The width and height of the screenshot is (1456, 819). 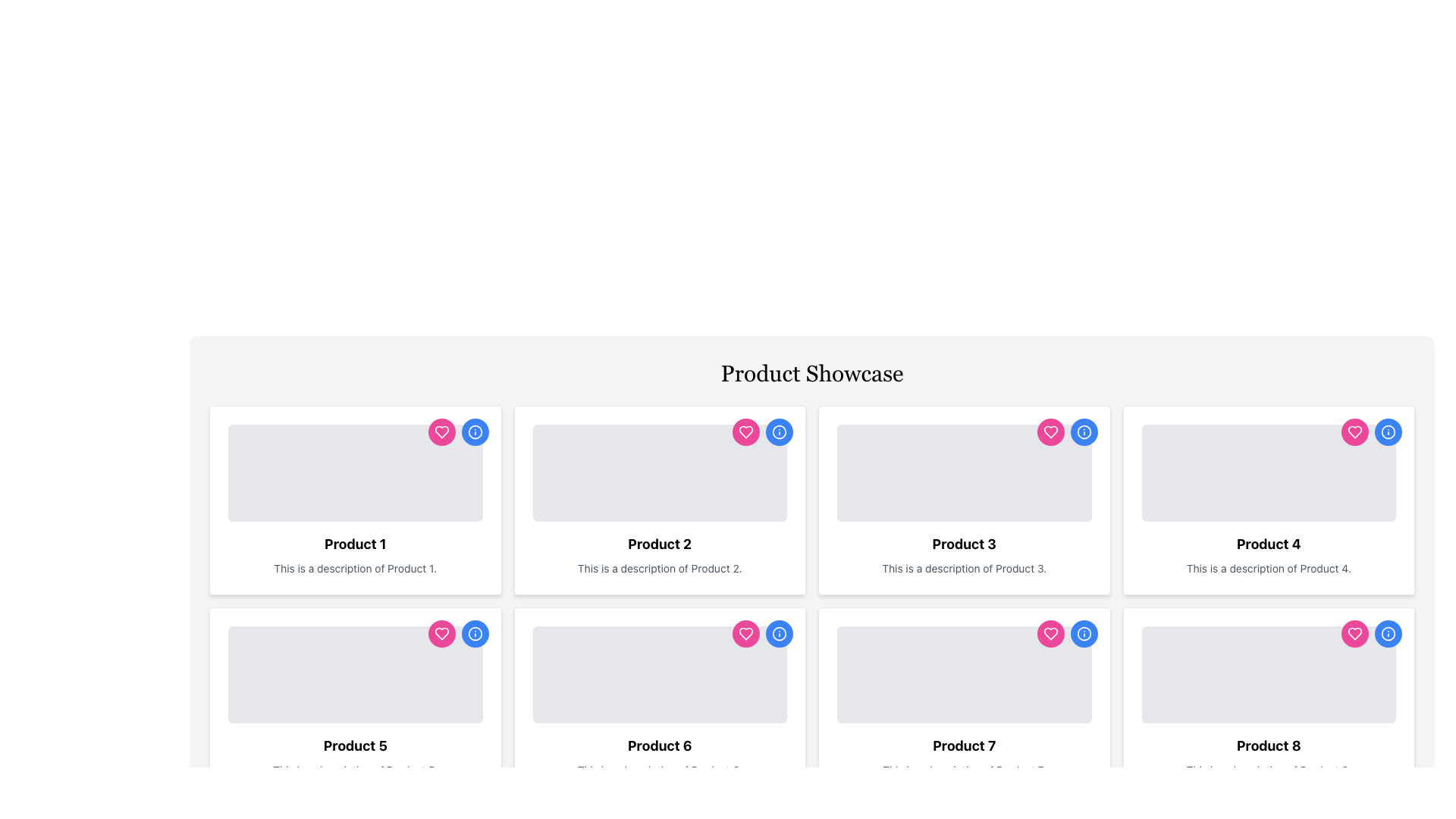 I want to click on the informational button located in the top right corner of the 'Product 8' card, so click(x=1083, y=634).